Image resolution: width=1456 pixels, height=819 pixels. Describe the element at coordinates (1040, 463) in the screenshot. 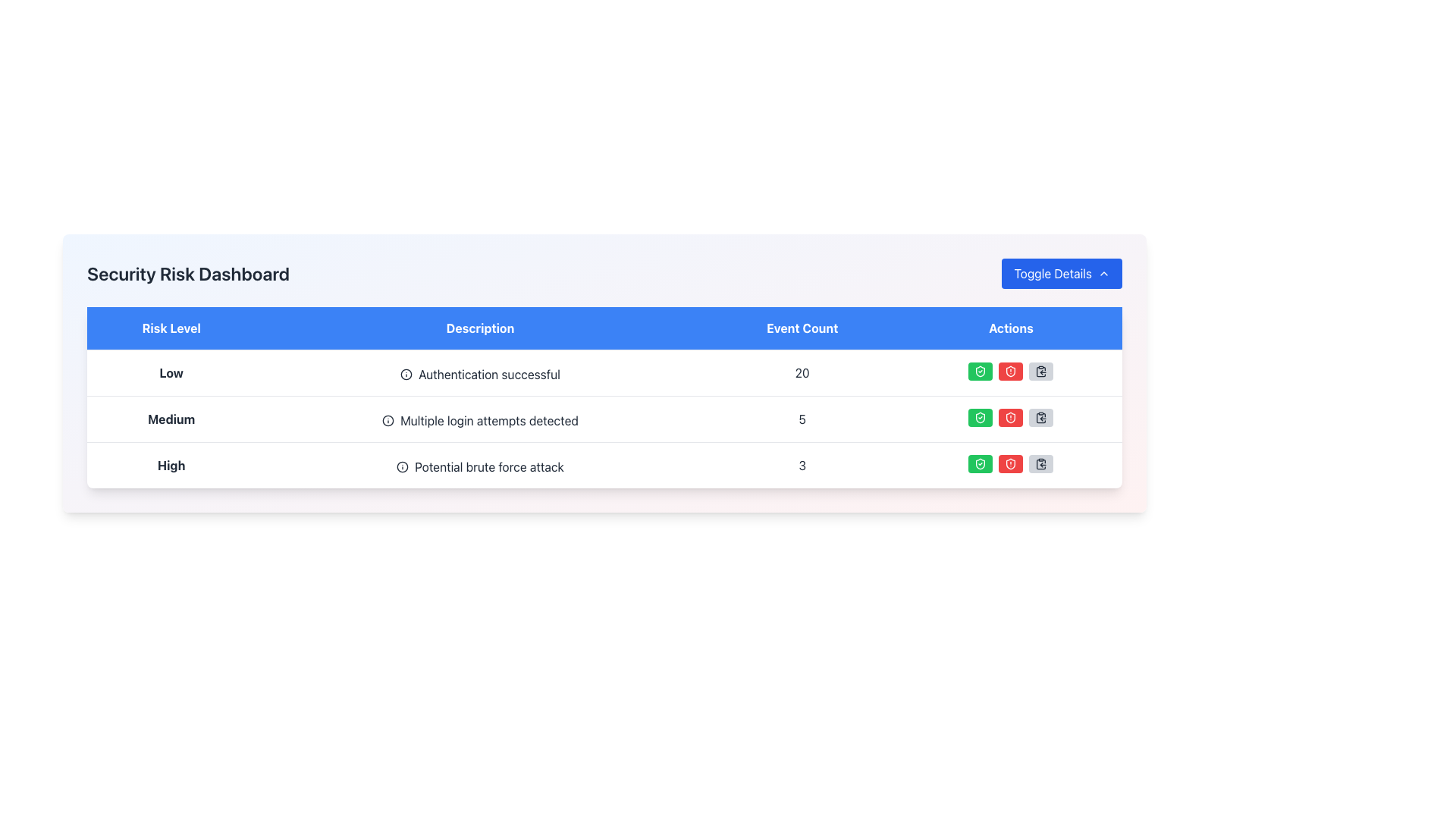

I see `the clipboard icon button in the Actions column of the High risk level row` at that location.